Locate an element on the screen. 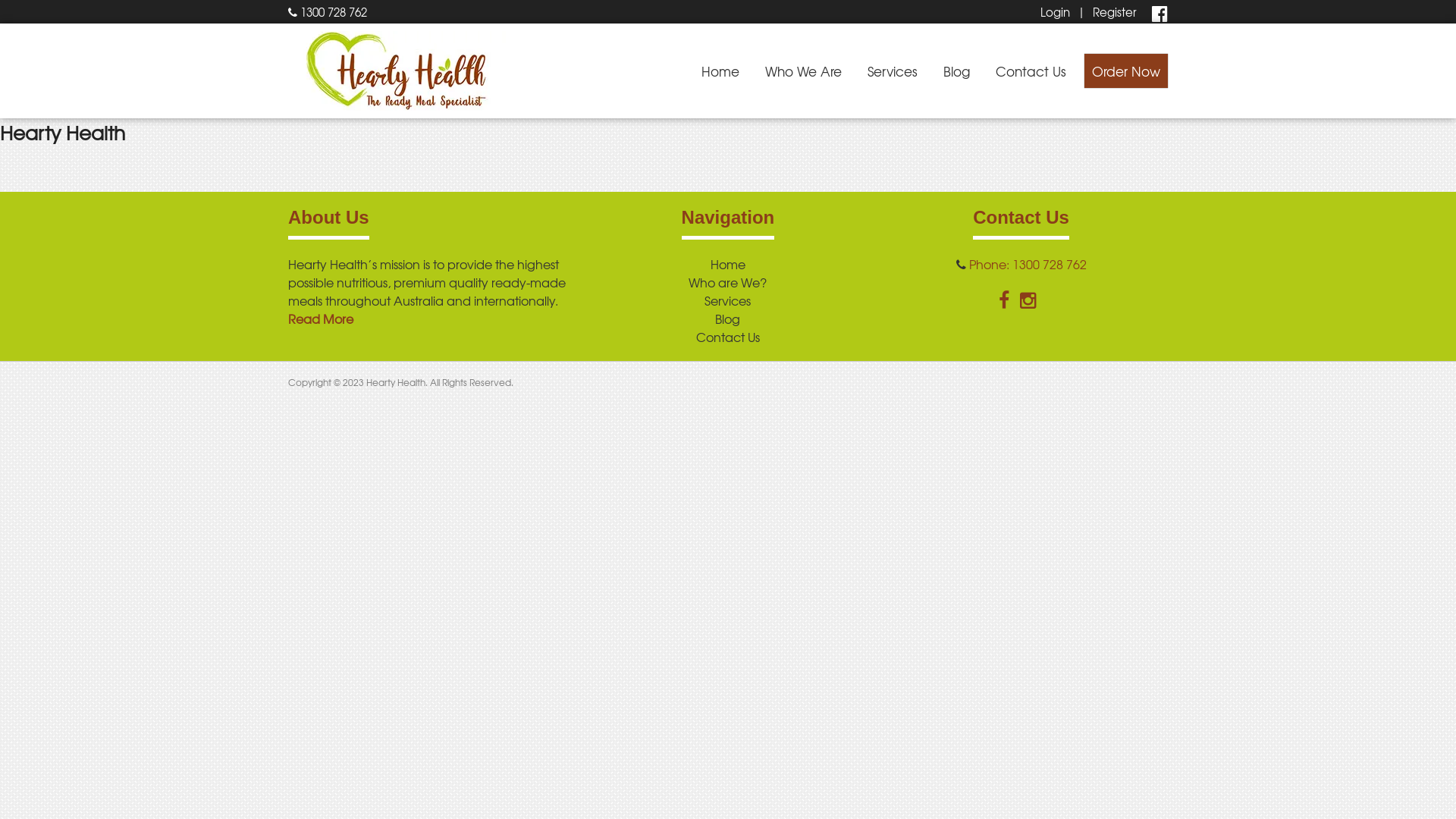 This screenshot has height=819, width=1456. 'Contact Us' is located at coordinates (728, 335).